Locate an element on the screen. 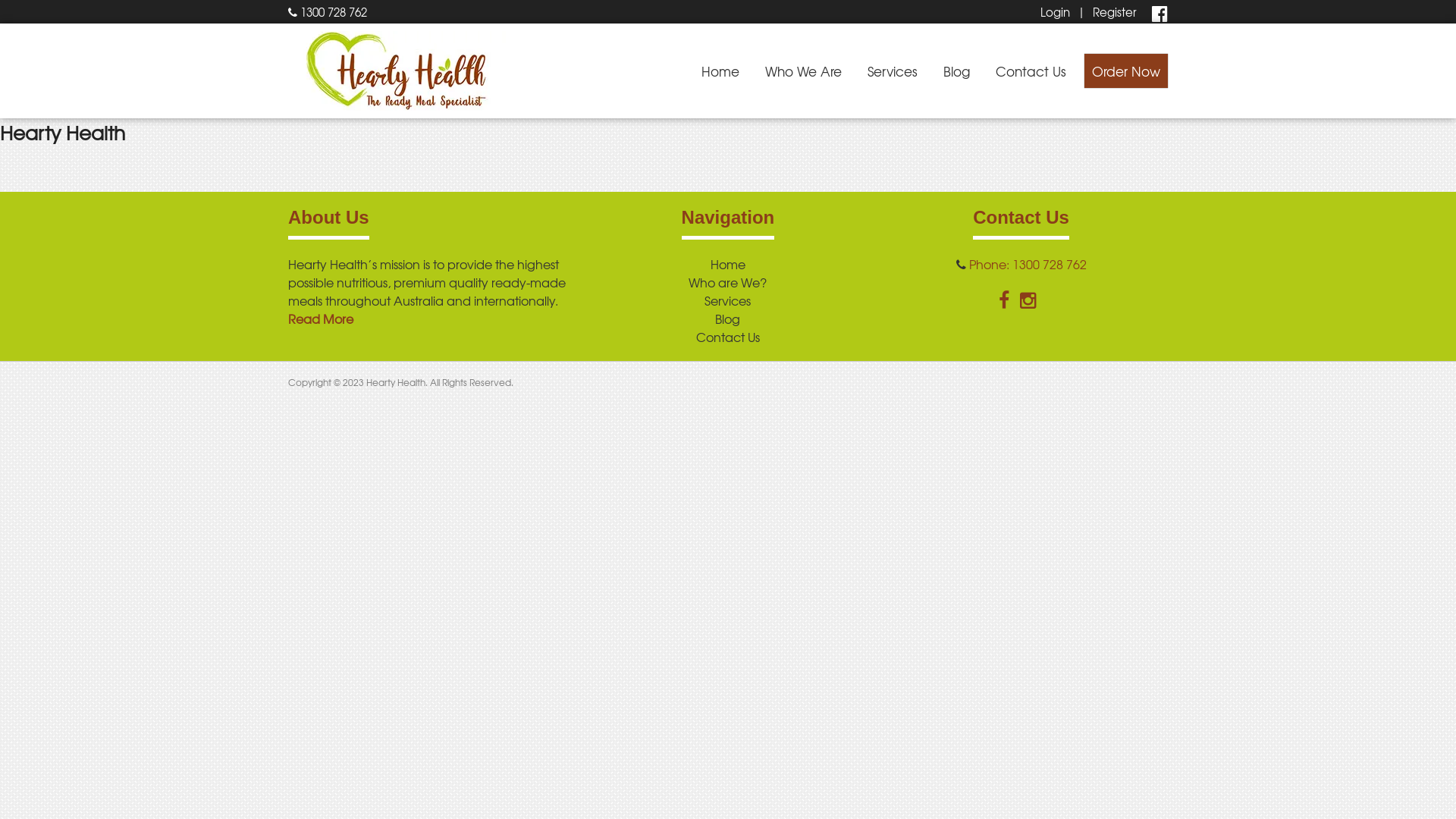 This screenshot has height=819, width=1456. 'Contact Us' is located at coordinates (728, 335).